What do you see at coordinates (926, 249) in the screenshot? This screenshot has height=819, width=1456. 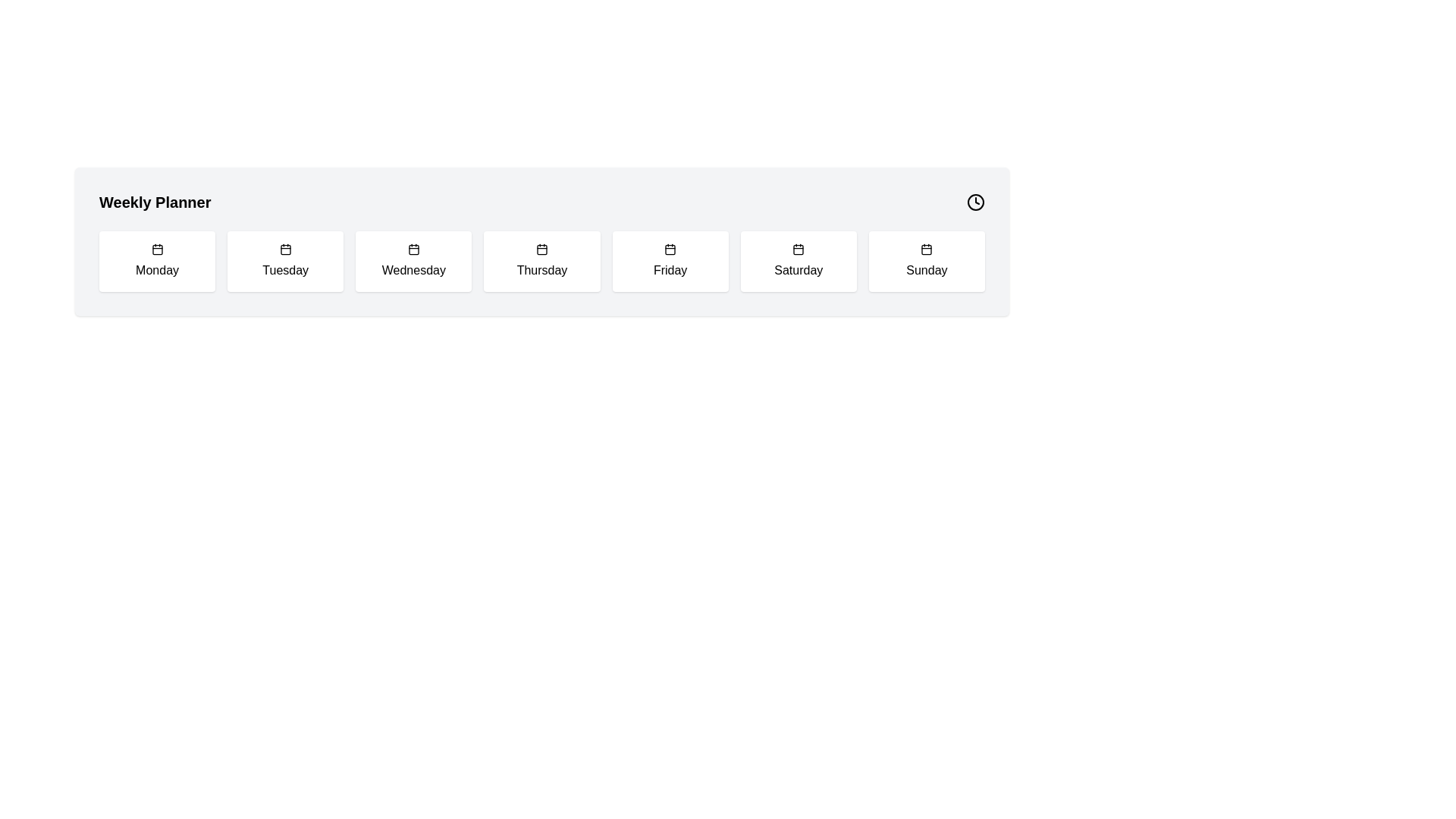 I see `the rectangular calendar icon representing Sunday` at bounding box center [926, 249].